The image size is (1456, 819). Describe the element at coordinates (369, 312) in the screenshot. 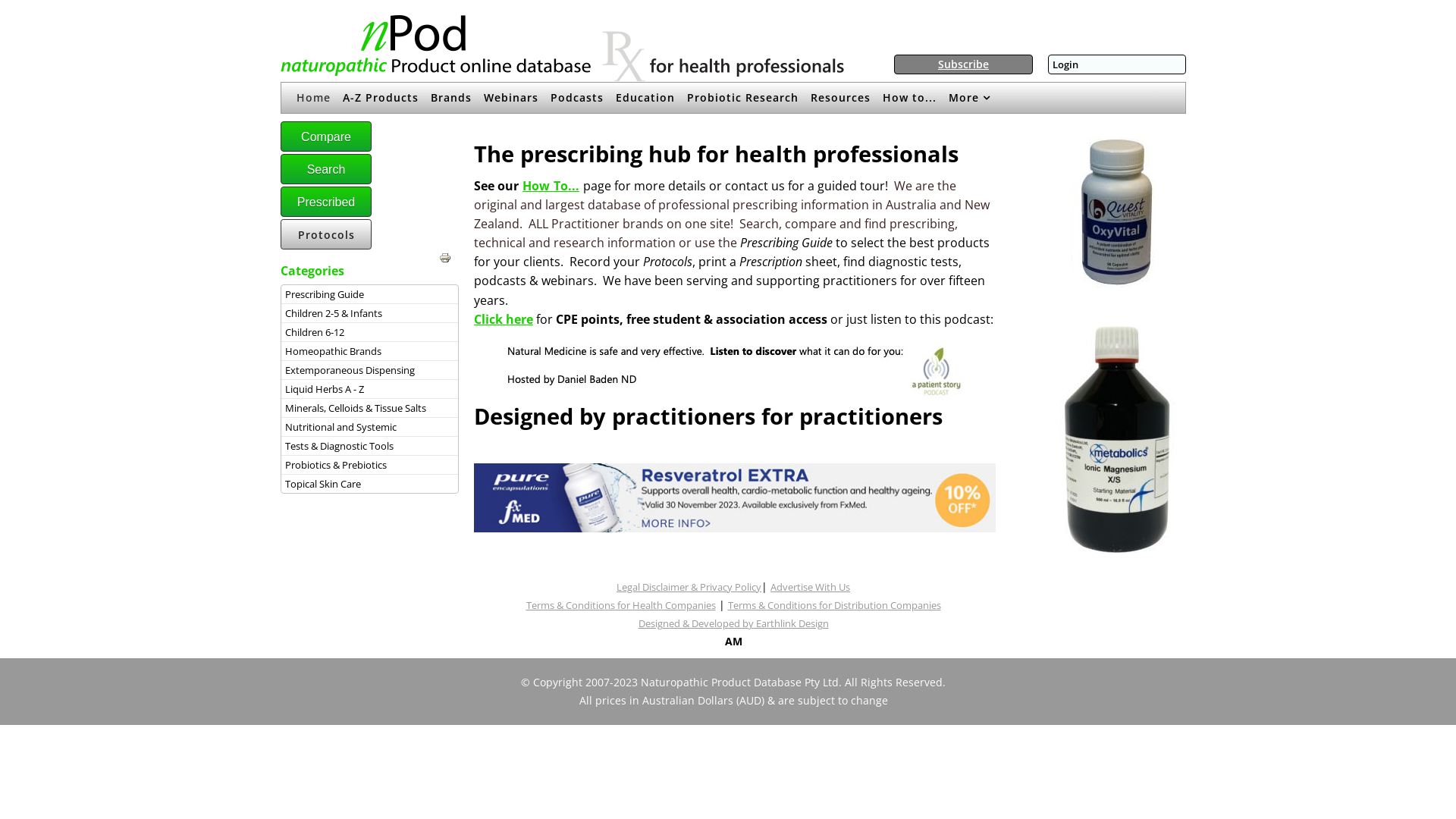

I see `'Children 2-5 & Infants'` at that location.